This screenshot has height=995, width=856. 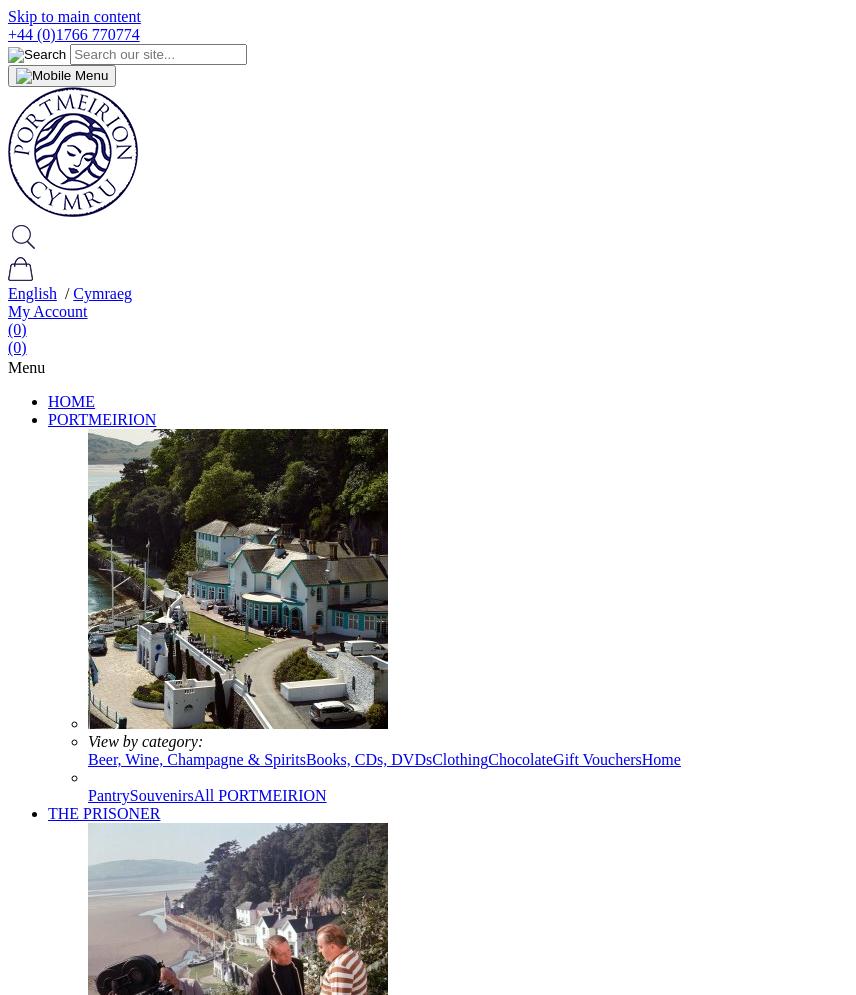 I want to click on 'Souvenirs', so click(x=161, y=795).